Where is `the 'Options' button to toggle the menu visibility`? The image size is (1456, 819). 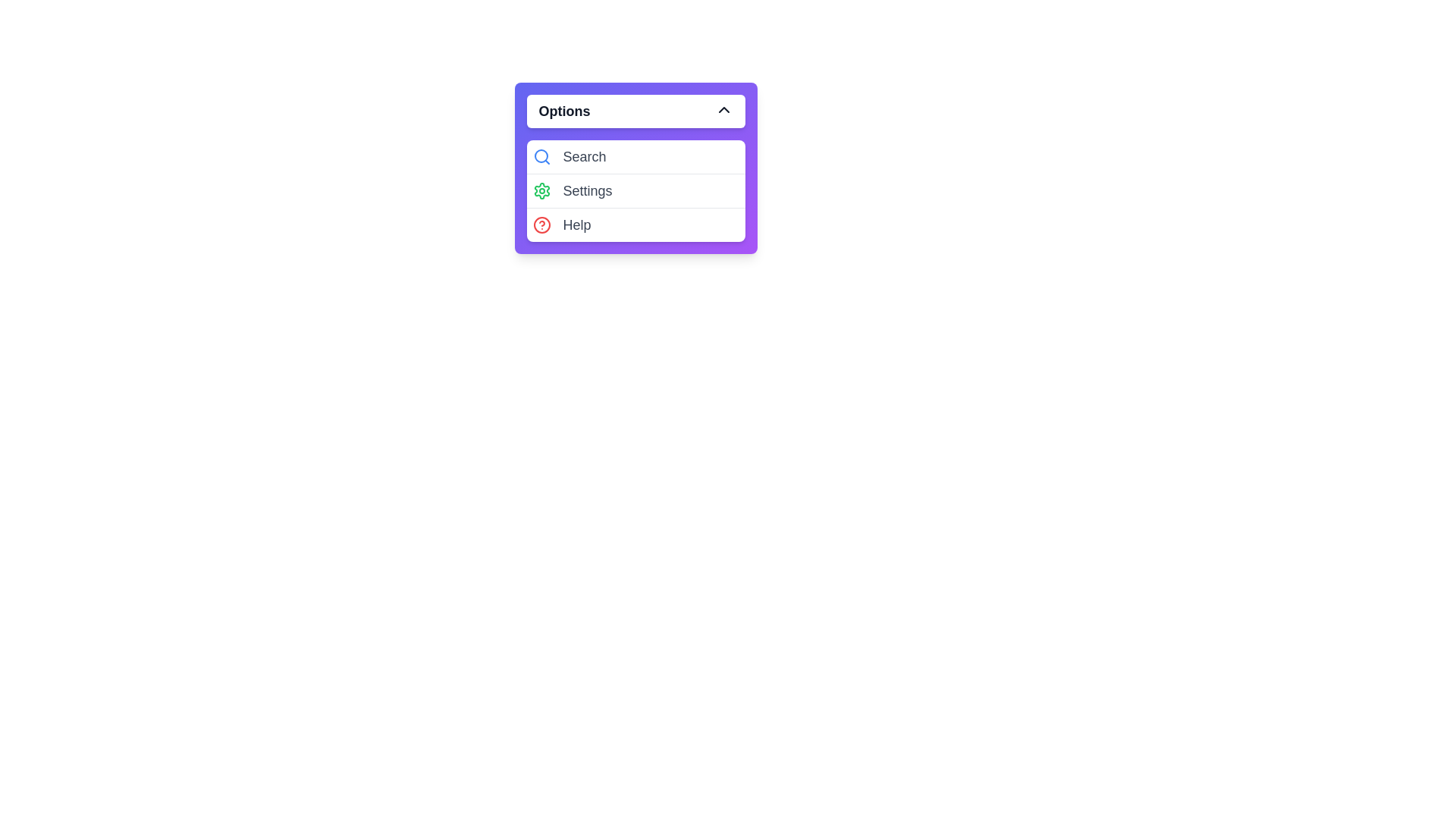 the 'Options' button to toggle the menu visibility is located at coordinates (635, 110).